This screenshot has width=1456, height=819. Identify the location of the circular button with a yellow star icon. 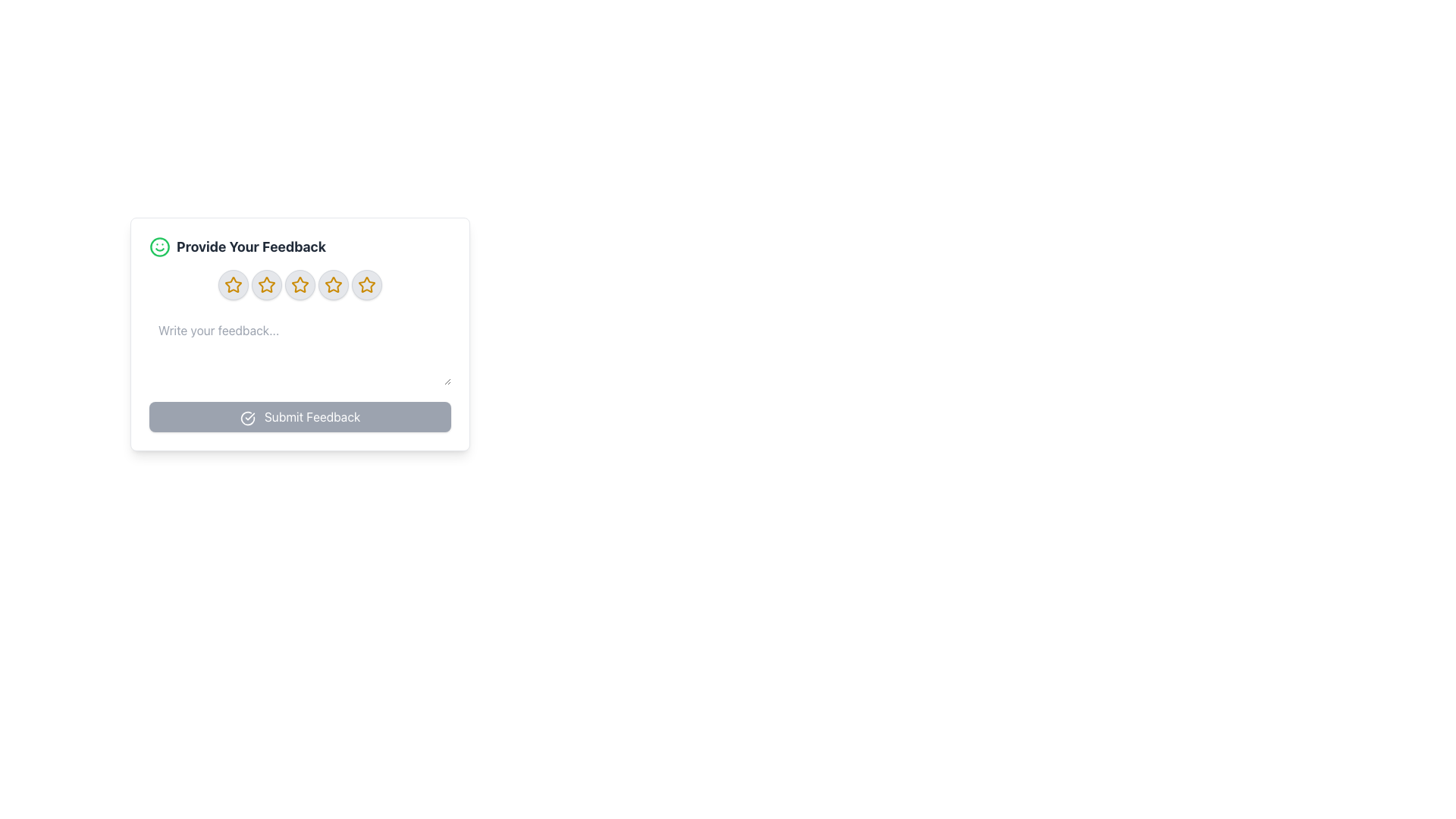
(333, 284).